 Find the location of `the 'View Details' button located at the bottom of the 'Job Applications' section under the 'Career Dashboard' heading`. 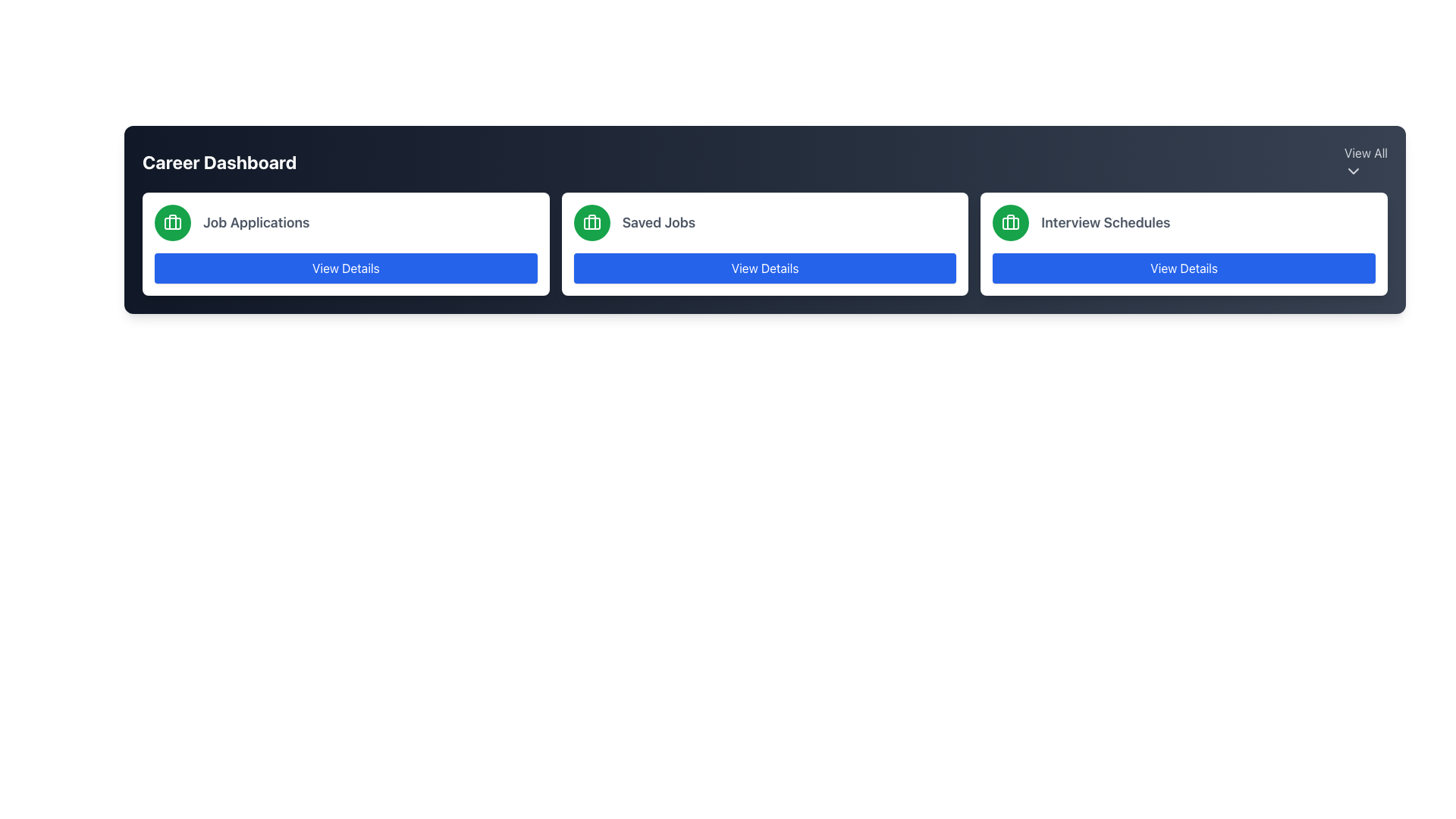

the 'View Details' button located at the bottom of the 'Job Applications' section under the 'Career Dashboard' heading is located at coordinates (345, 268).